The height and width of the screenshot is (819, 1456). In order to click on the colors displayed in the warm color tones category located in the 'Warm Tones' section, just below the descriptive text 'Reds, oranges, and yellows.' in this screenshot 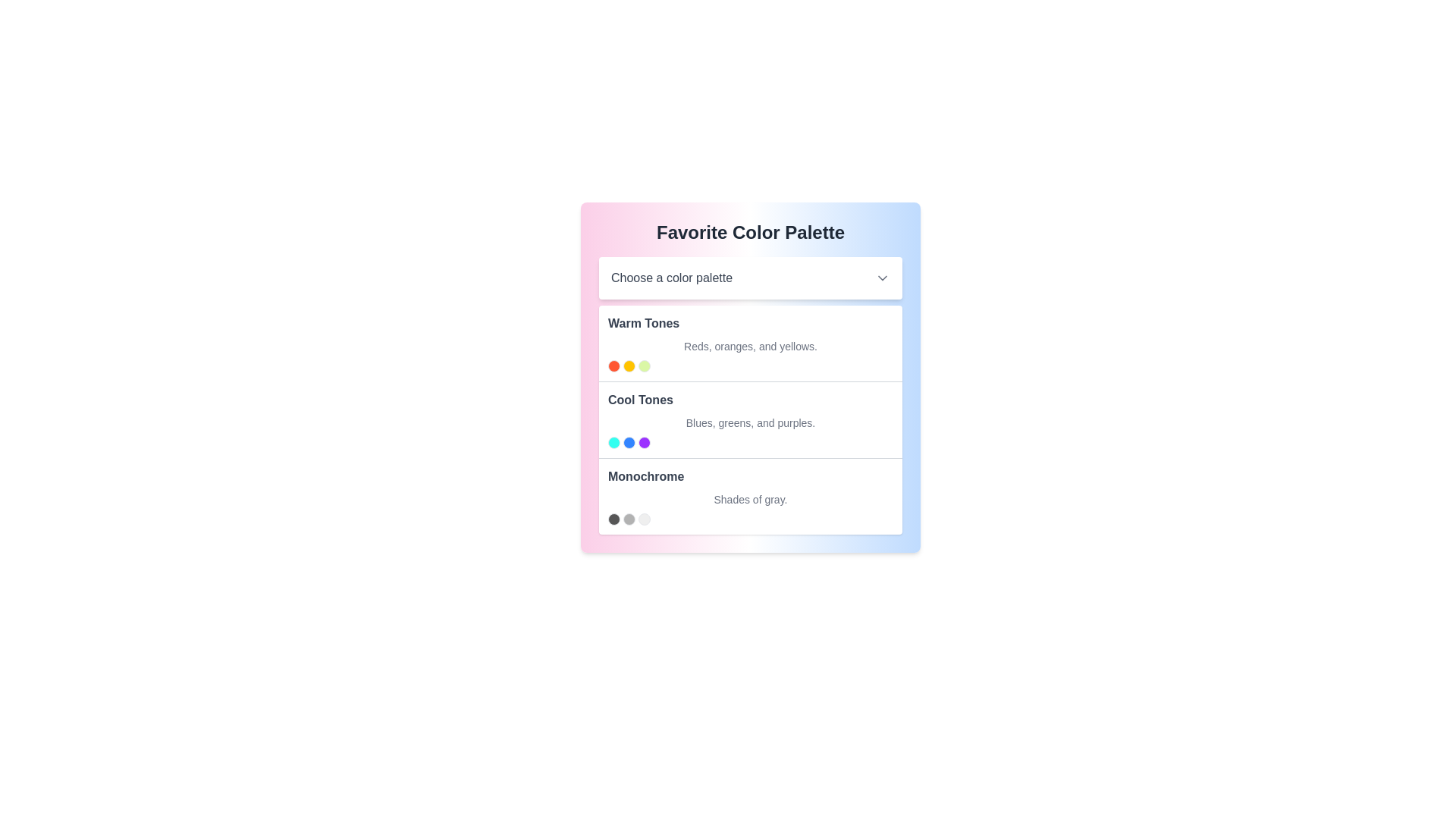, I will do `click(750, 366)`.